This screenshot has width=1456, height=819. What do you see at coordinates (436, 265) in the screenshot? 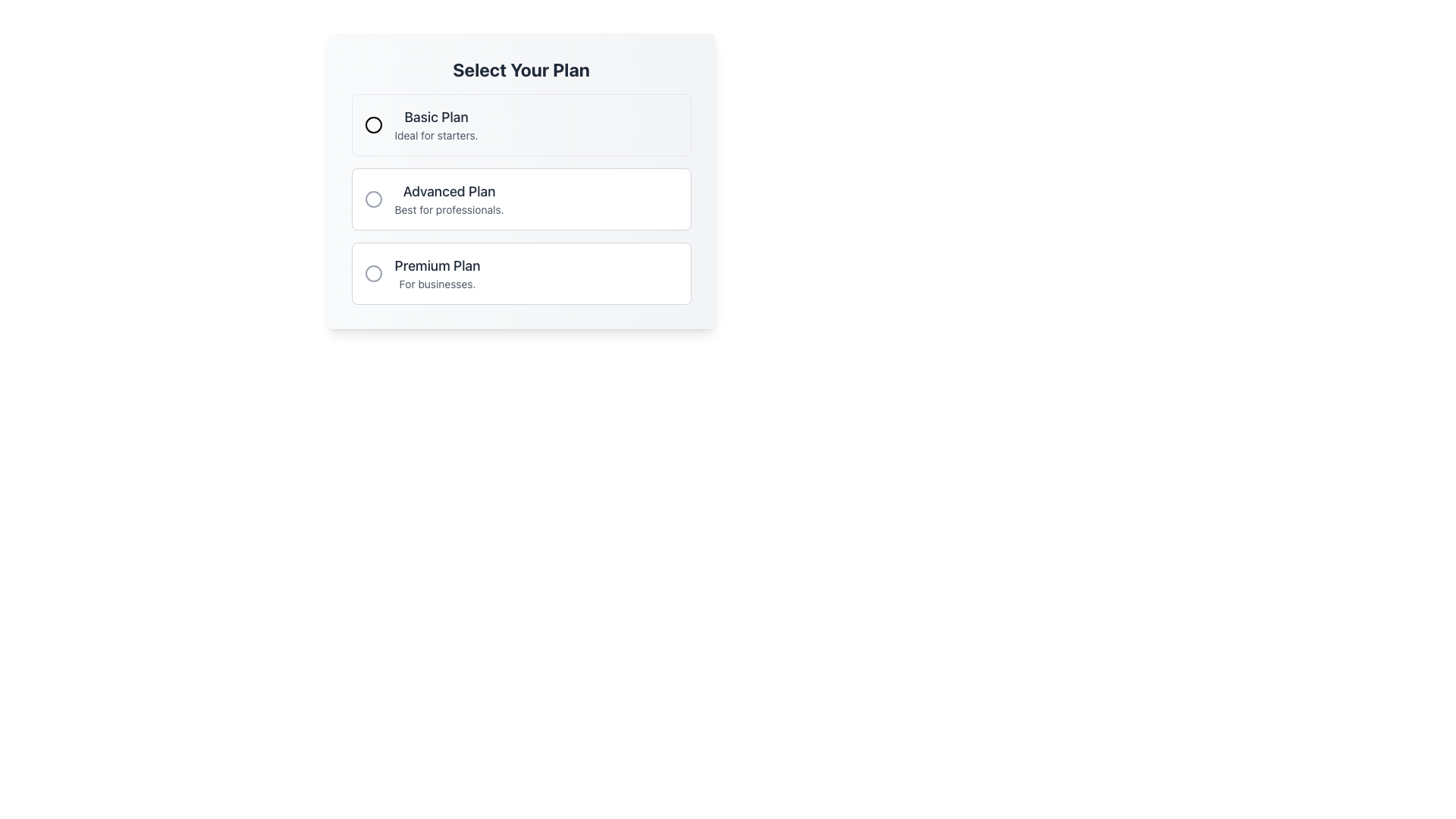
I see `the static text label displaying 'Premium Plan', which is bold and dark gray, located within the plan selection list above the description text 'For businesses.'` at bounding box center [436, 265].